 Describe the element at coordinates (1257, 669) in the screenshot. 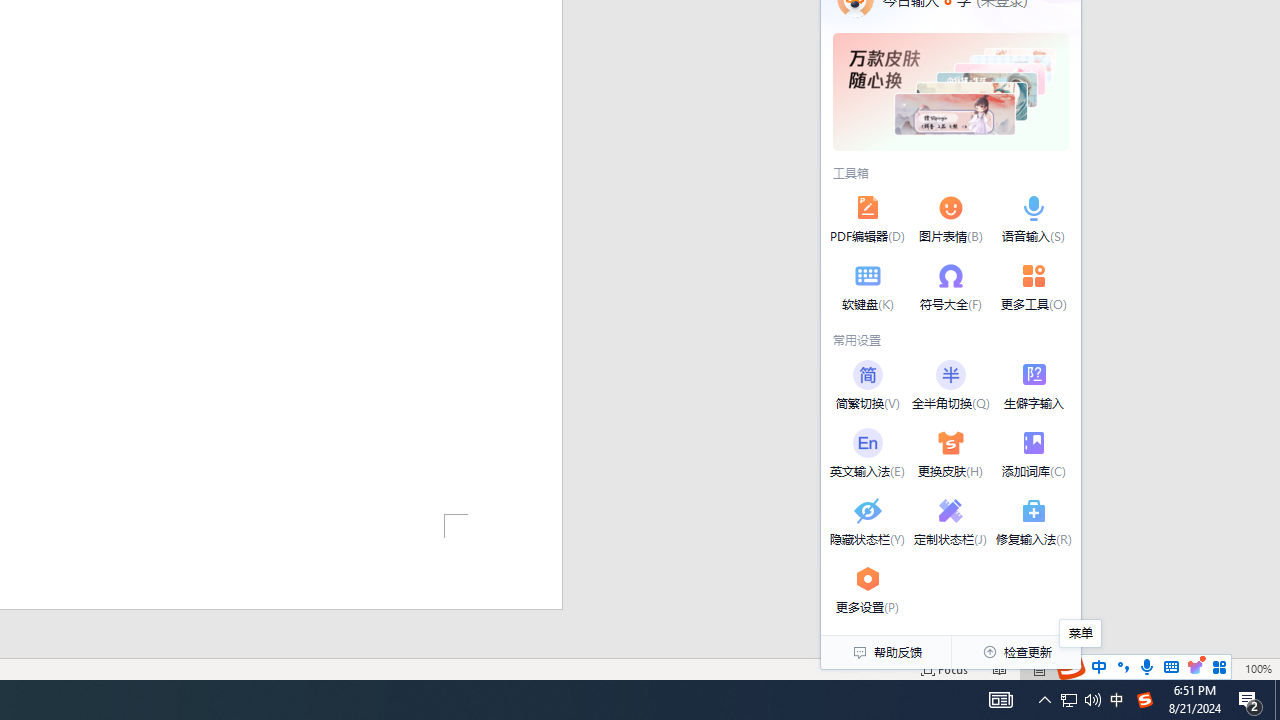

I see `'Zoom 100%'` at that location.